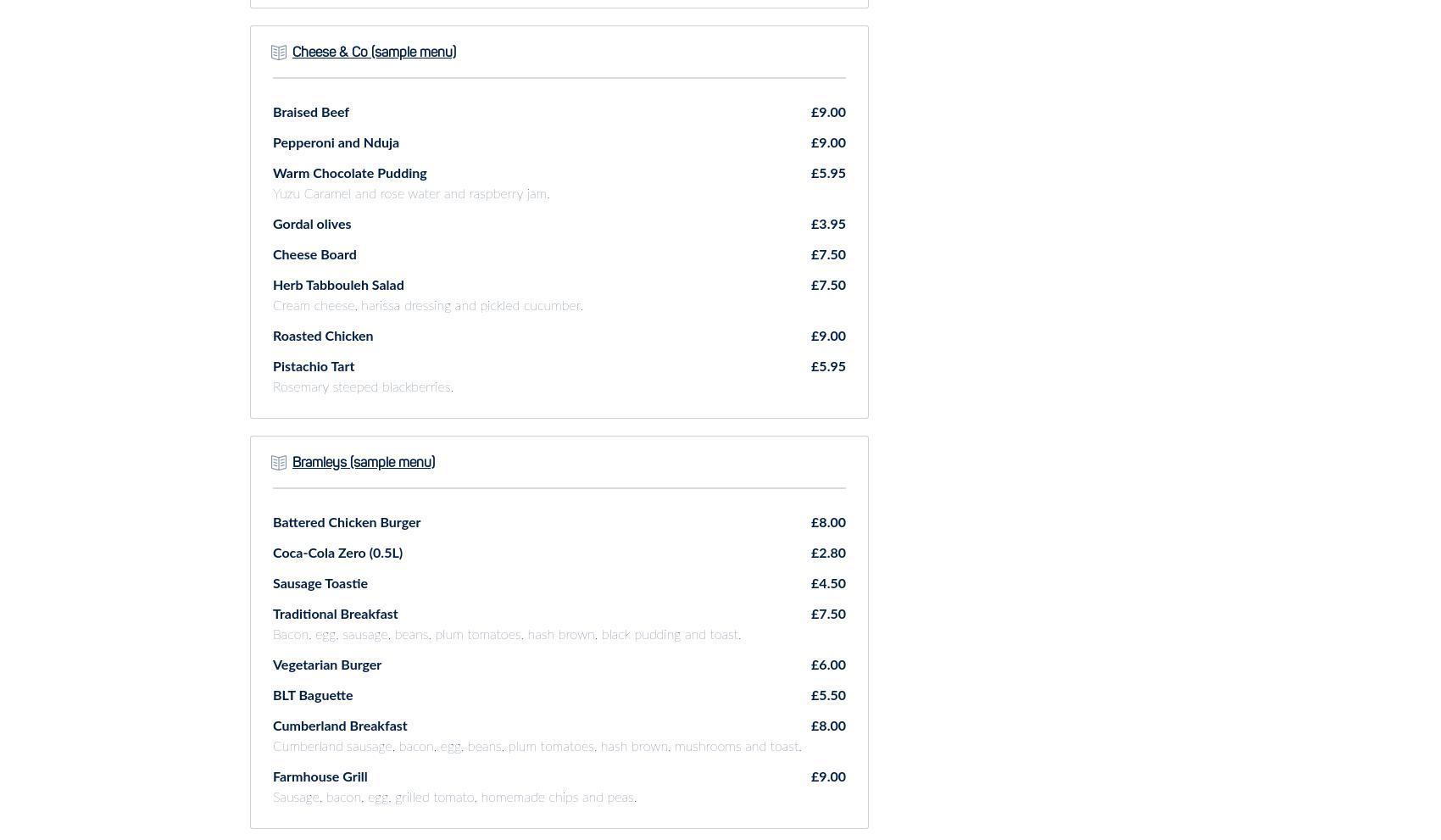 This screenshot has width=1441, height=840. What do you see at coordinates (827, 582) in the screenshot?
I see `'£4.50'` at bounding box center [827, 582].